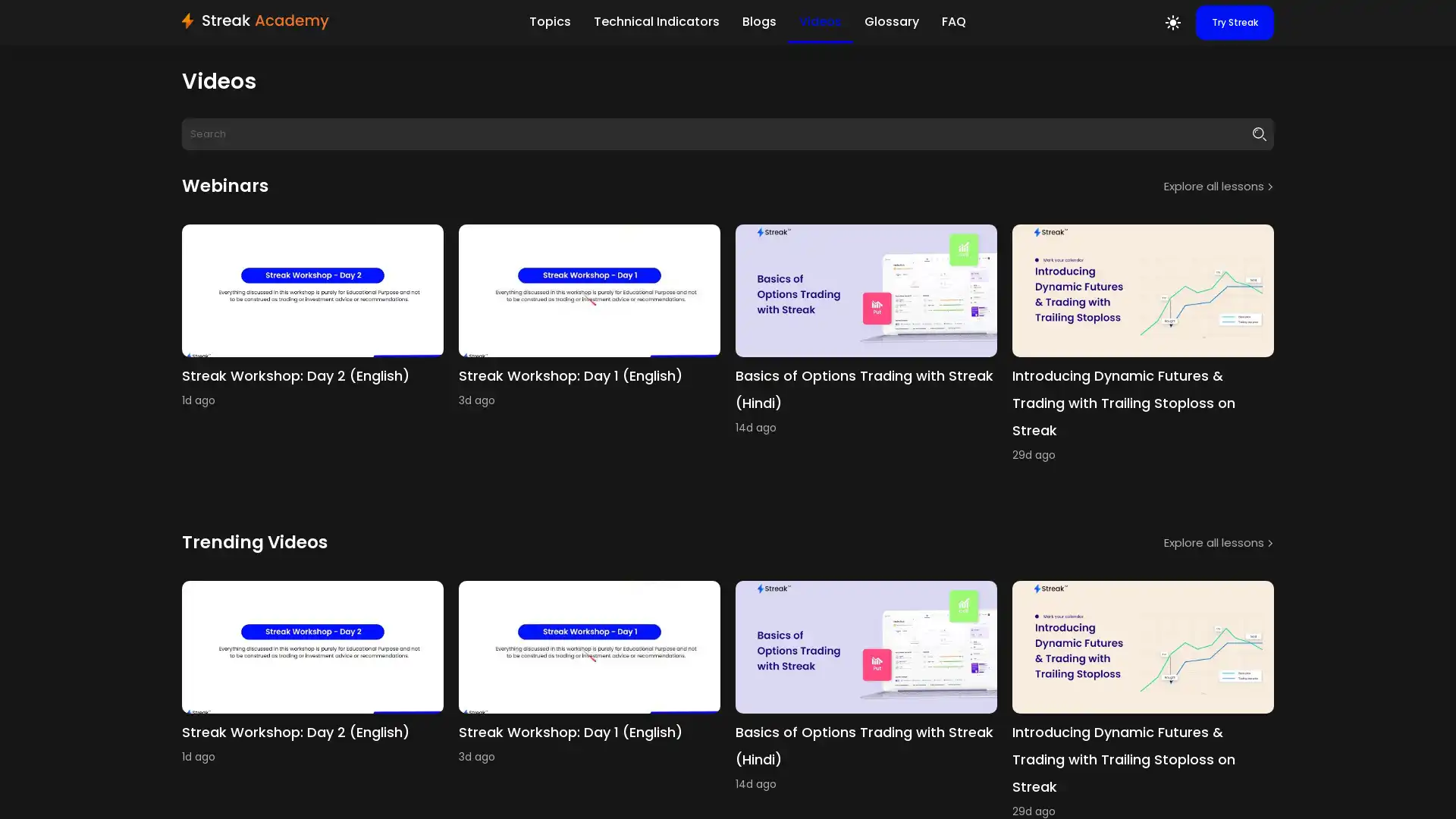 This screenshot has width=1456, height=819. Describe the element at coordinates (866, 345) in the screenshot. I see `youtube Basics of Options Trading with Streak (Hindi) 14d ago` at that location.